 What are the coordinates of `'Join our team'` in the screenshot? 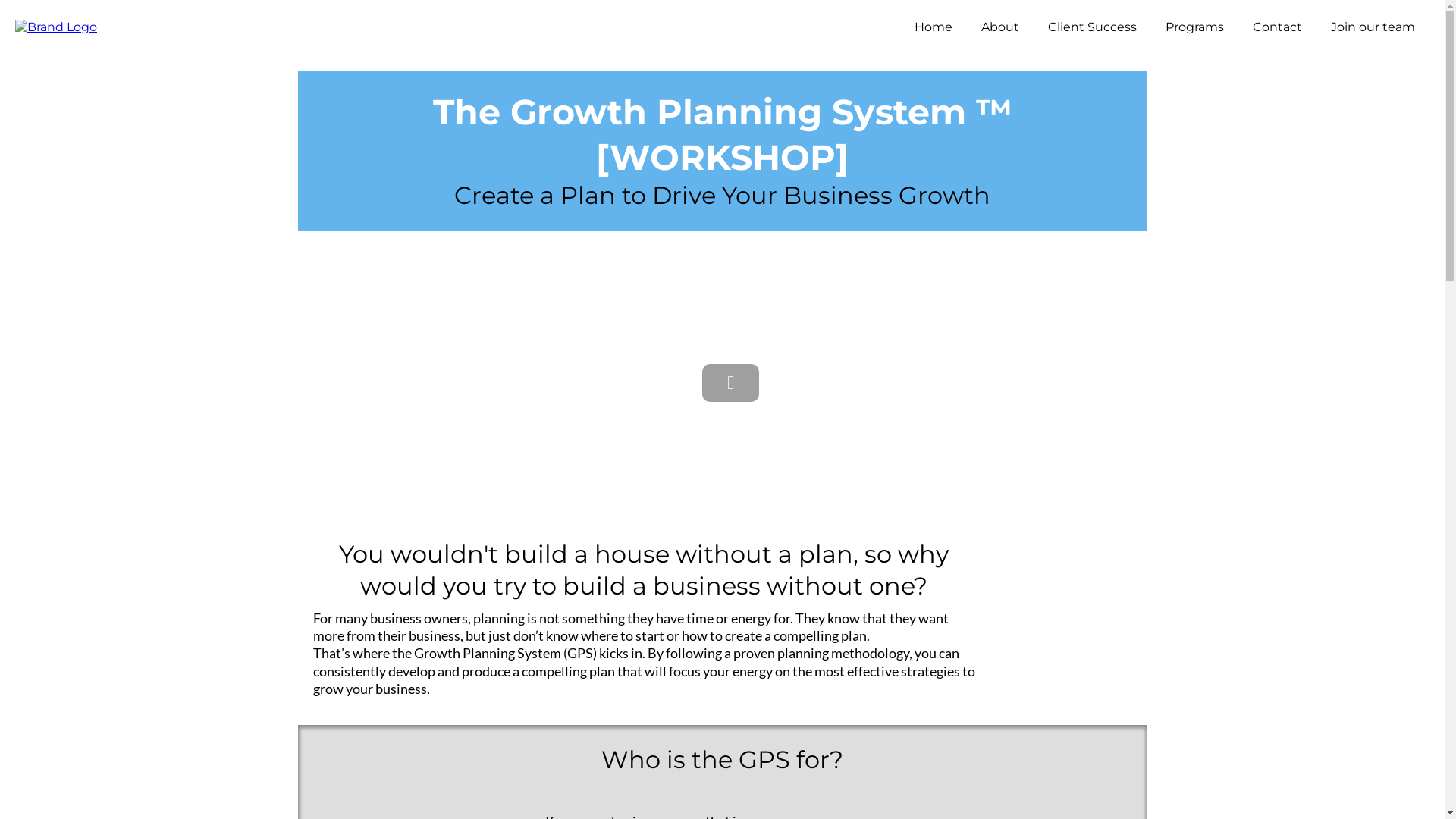 It's located at (1316, 27).